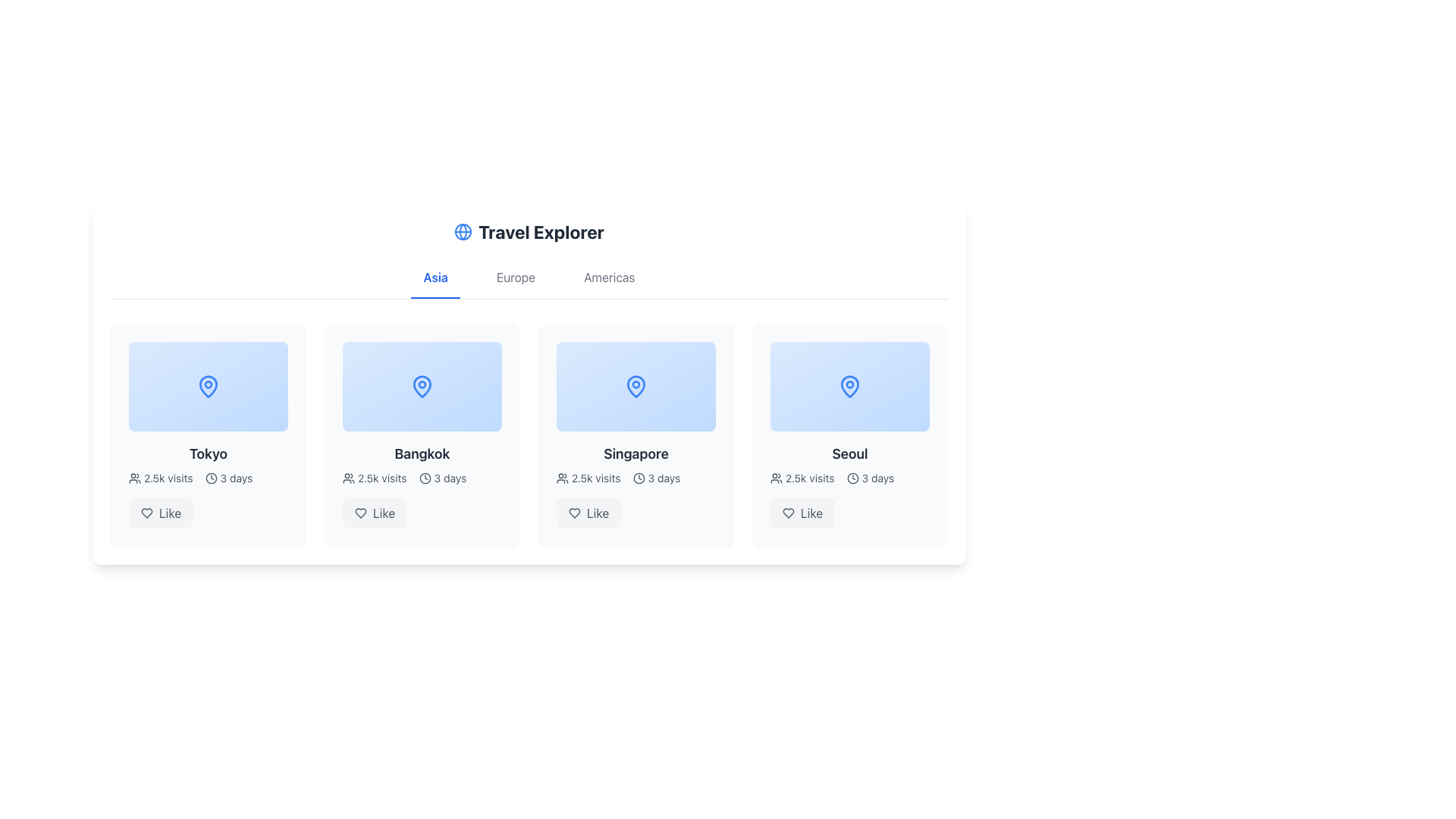 The height and width of the screenshot is (819, 1456). Describe the element at coordinates (161, 513) in the screenshot. I see `the like button located at the bottom-left corner of the 'Tokyo' card, positioned below the text '2.5k visits 3 days' to express appreciation for the item` at that location.